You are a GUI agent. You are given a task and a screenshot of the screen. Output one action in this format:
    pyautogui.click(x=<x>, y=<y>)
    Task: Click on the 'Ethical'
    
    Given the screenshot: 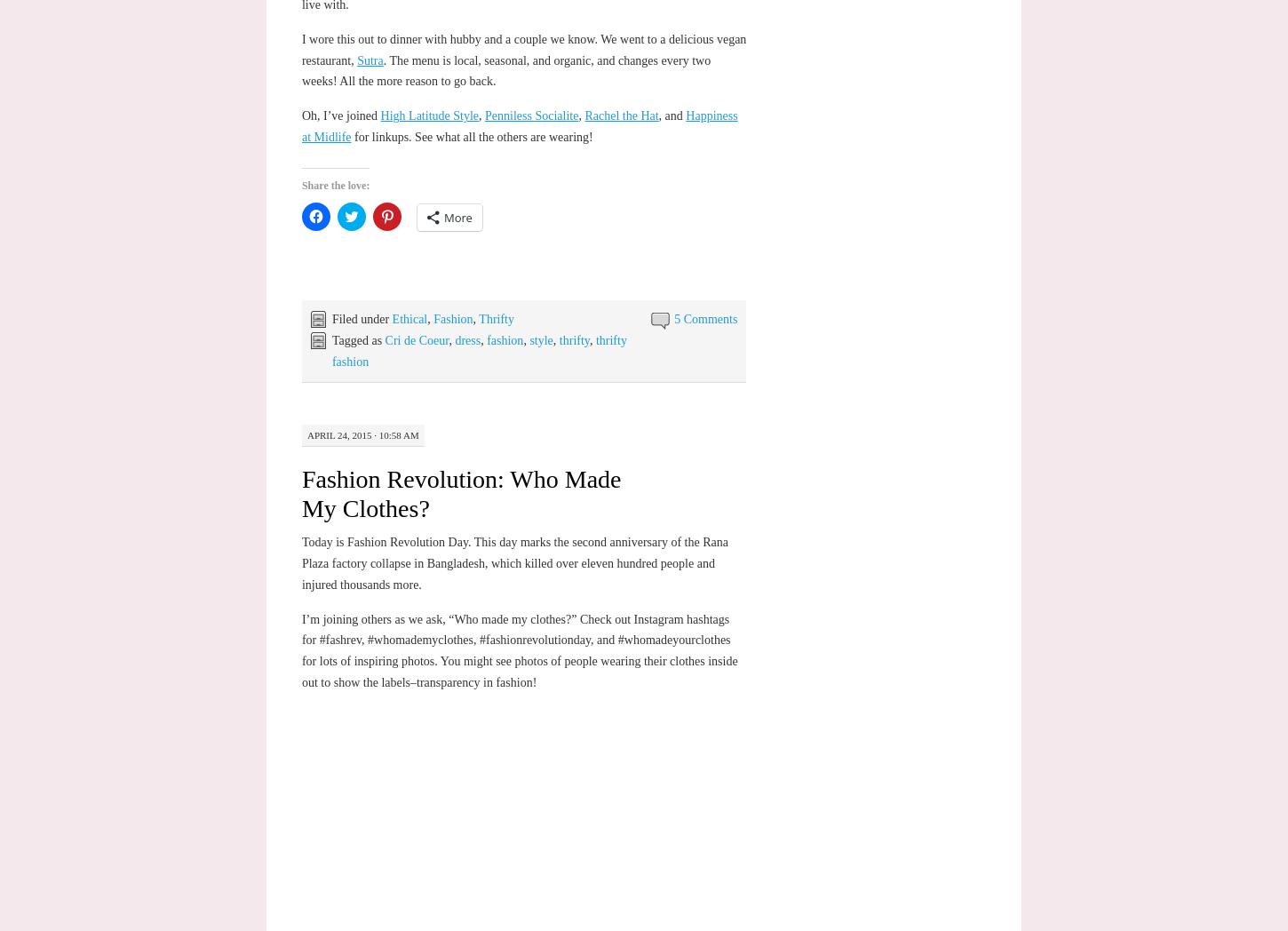 What is the action you would take?
    pyautogui.click(x=408, y=318)
    